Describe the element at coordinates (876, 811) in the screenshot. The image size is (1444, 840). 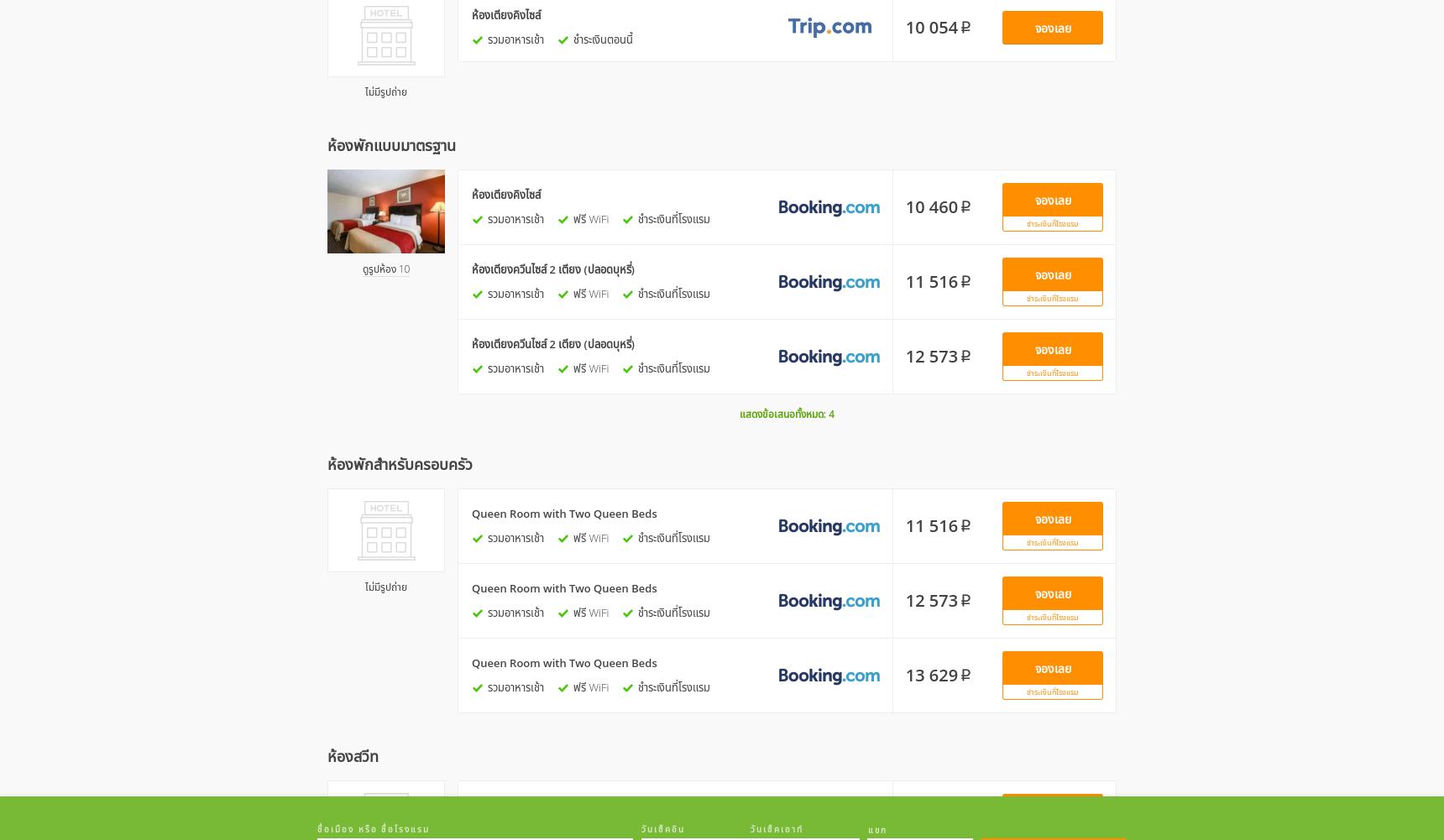
I see `'บน Google Play'` at that location.